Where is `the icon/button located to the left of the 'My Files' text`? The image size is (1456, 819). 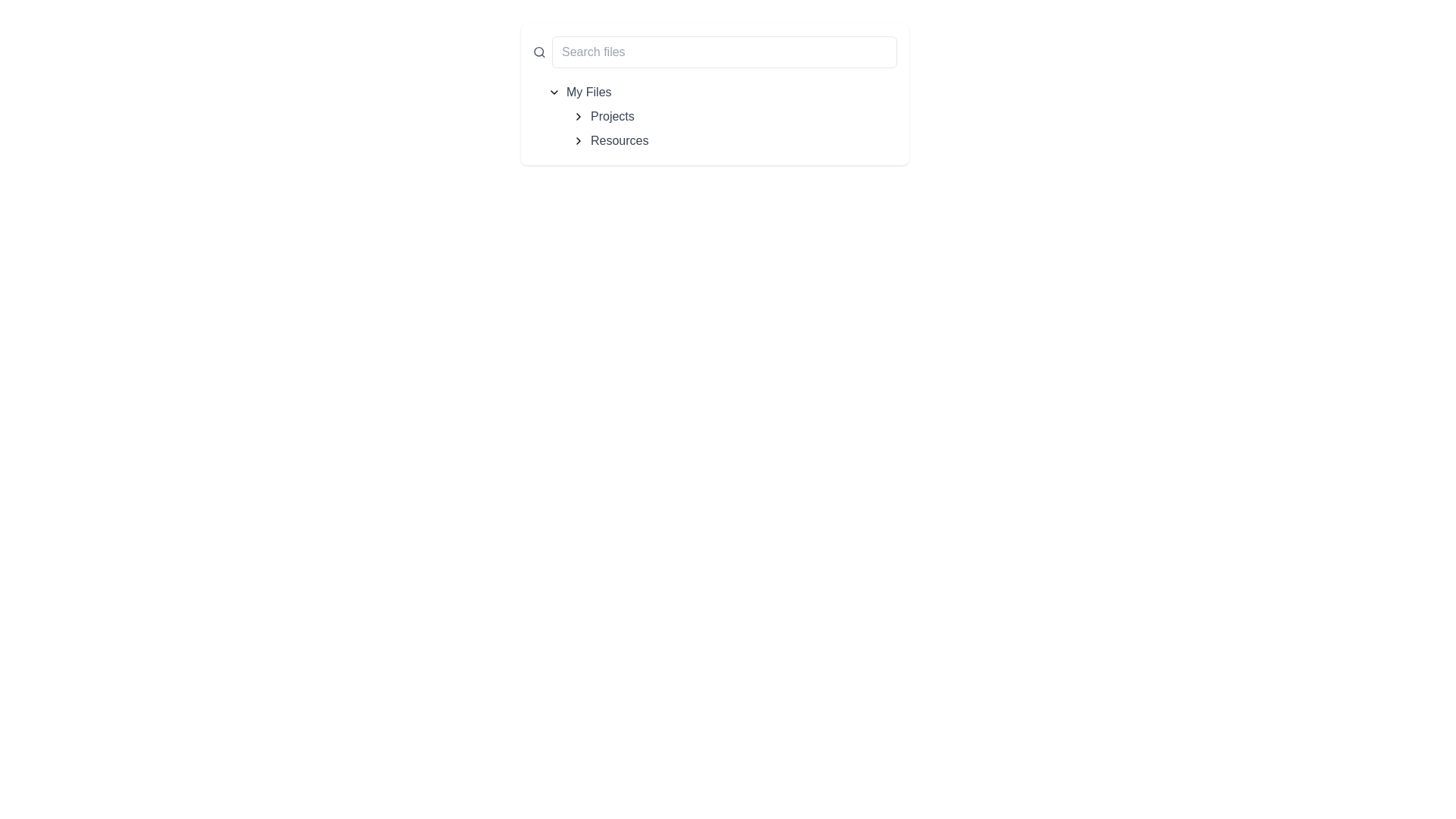
the icon/button located to the left of the 'My Files' text is located at coordinates (553, 93).